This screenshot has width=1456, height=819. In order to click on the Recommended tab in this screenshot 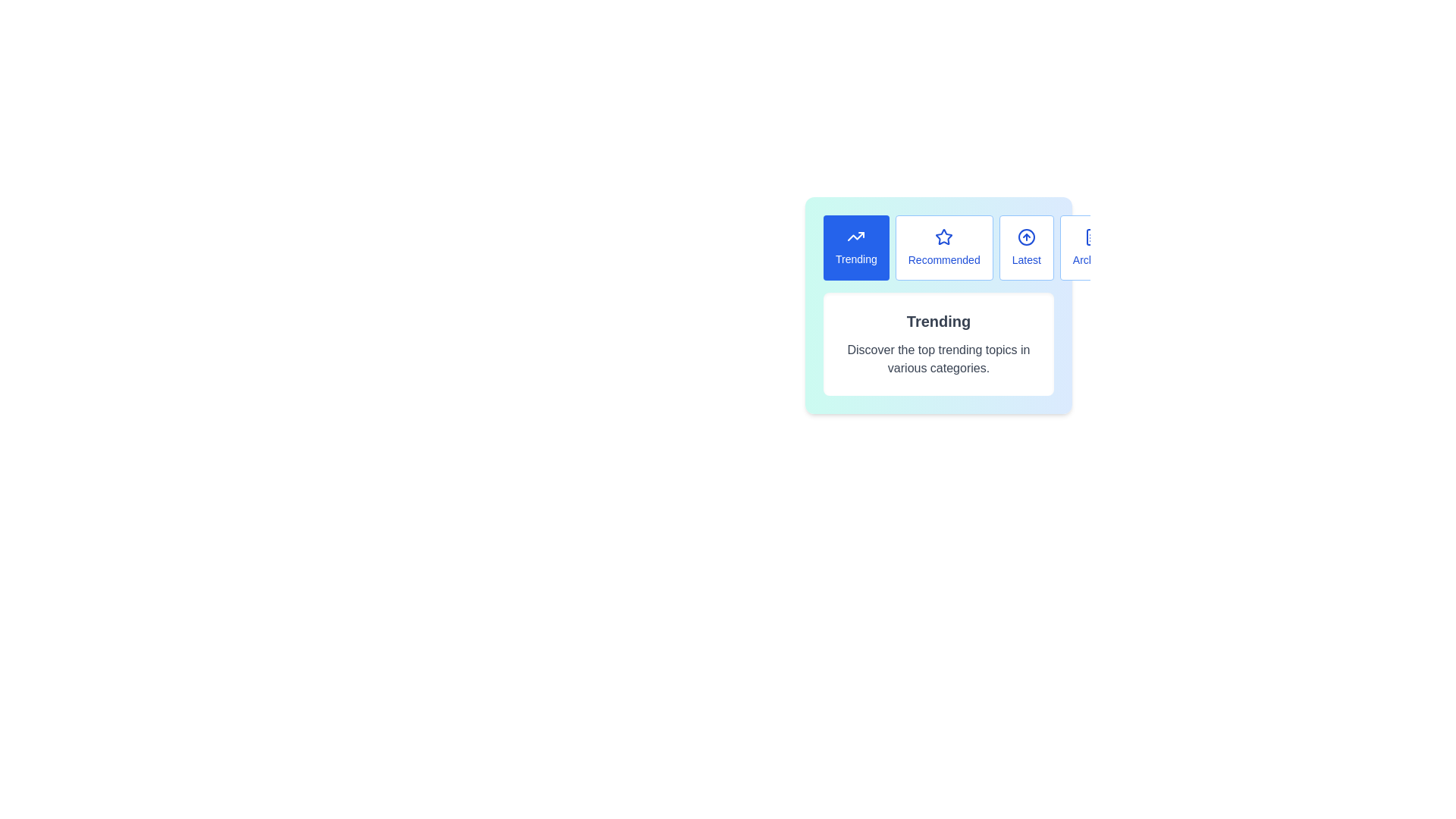, I will do `click(943, 247)`.